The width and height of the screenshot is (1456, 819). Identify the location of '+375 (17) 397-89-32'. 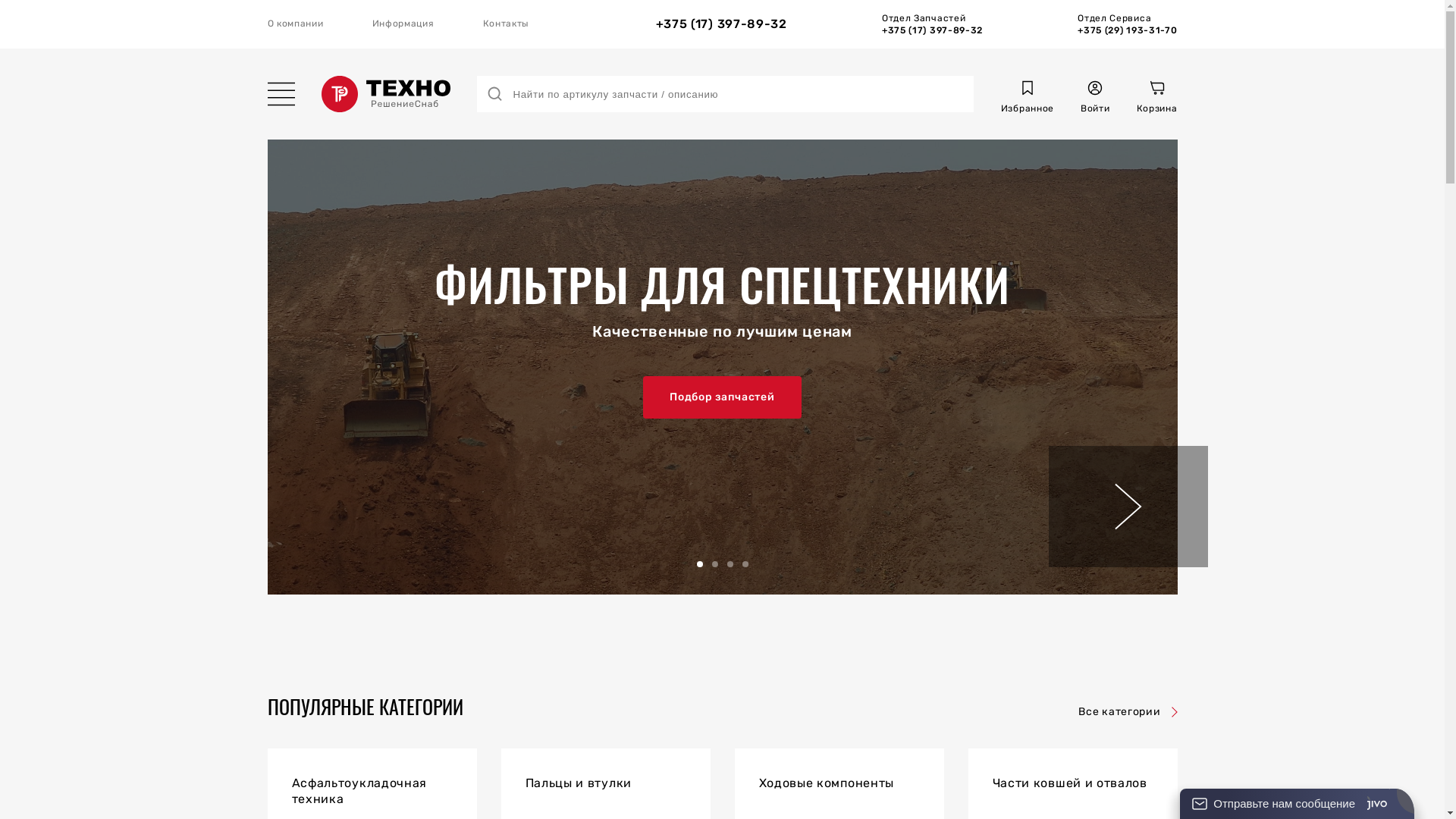
(655, 24).